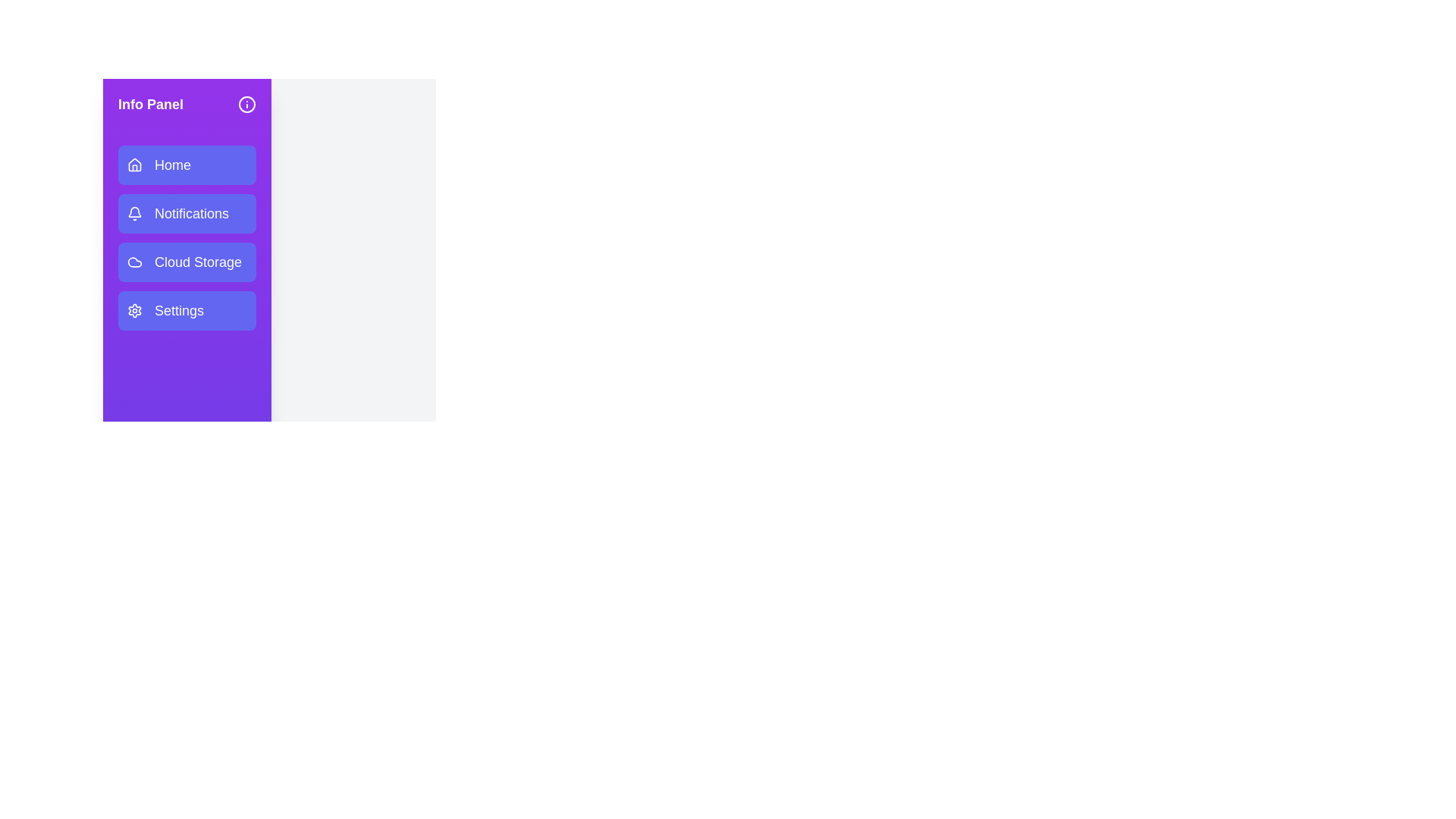 The image size is (1456, 819). What do you see at coordinates (186, 213) in the screenshot?
I see `the 'Notifications' menu item to navigate to the notifications section` at bounding box center [186, 213].